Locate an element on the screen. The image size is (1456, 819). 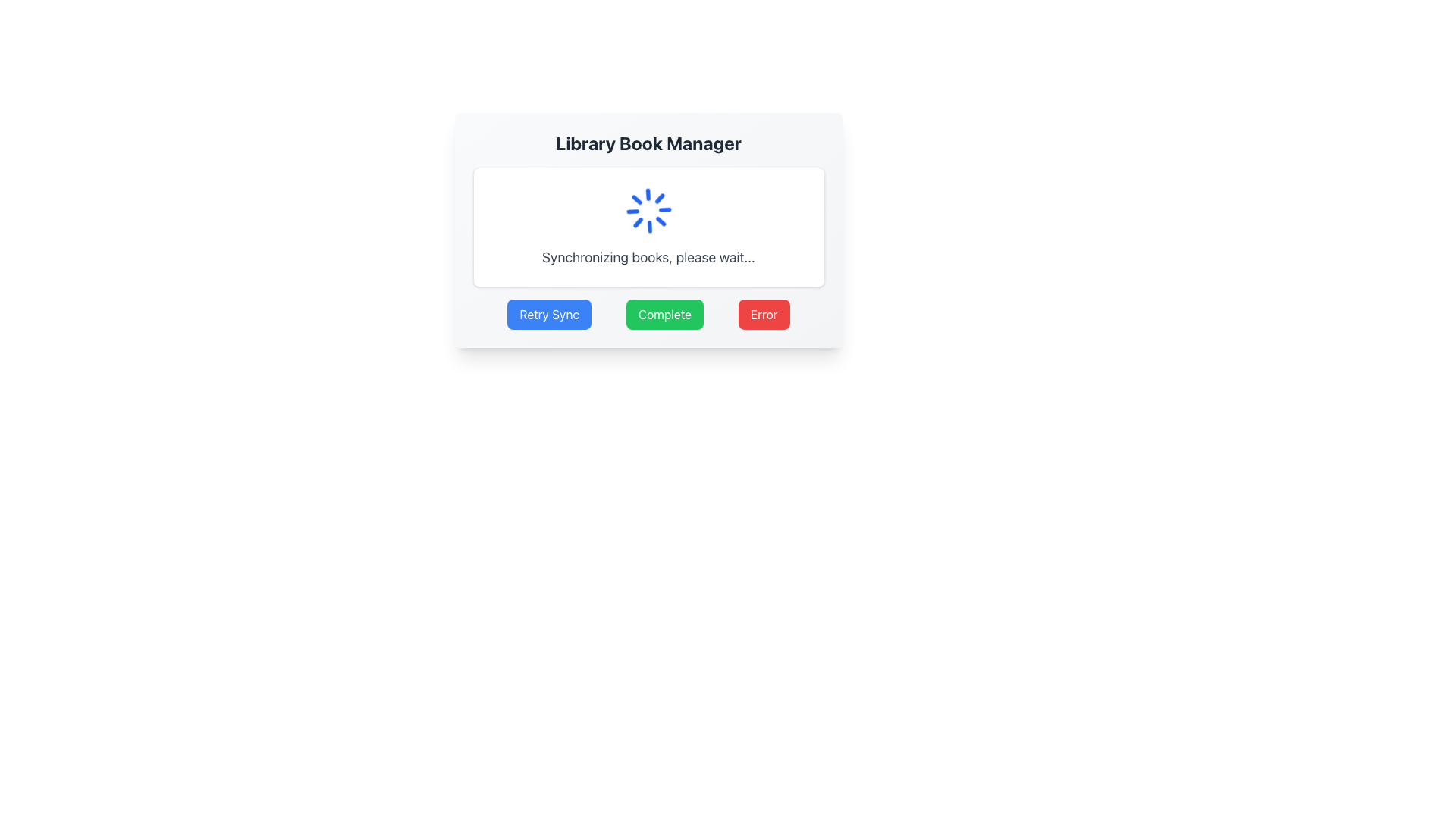
the red 'Error' button located at the bottom-right corner of the main panel is located at coordinates (764, 314).